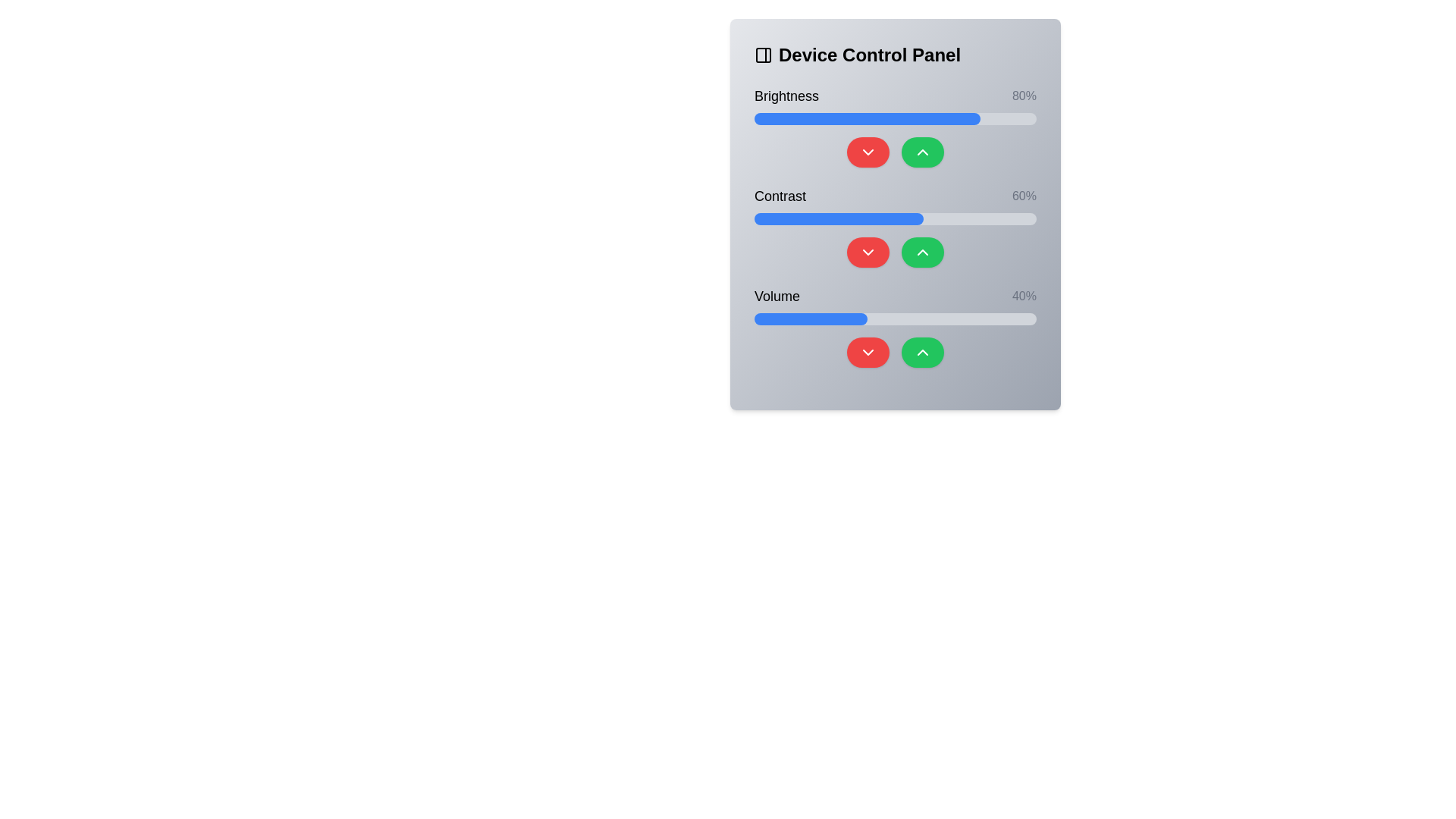 This screenshot has width=1456, height=819. What do you see at coordinates (1019, 219) in the screenshot?
I see `the contrast level` at bounding box center [1019, 219].